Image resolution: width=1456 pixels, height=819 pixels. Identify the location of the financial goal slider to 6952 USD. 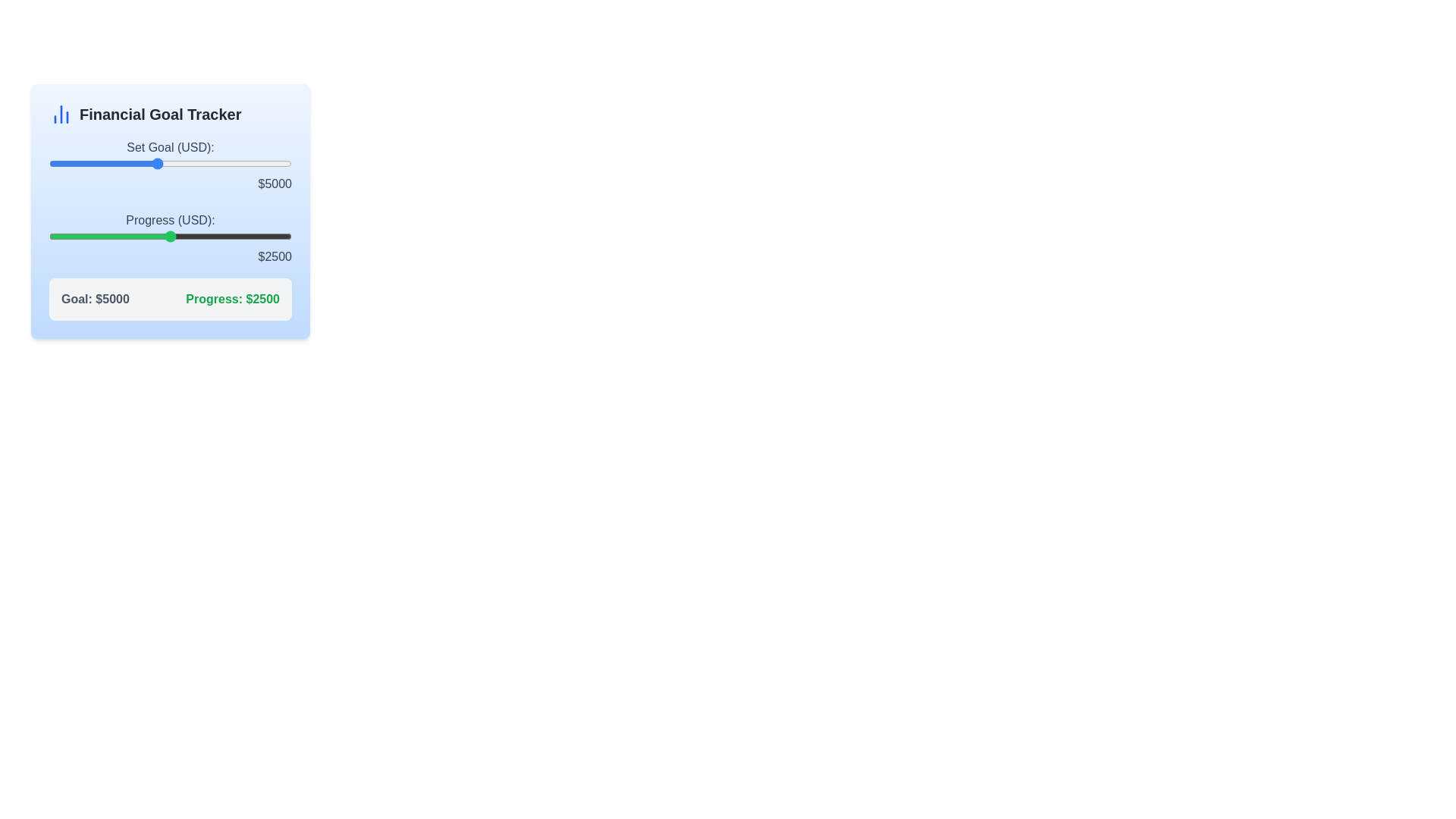
(209, 164).